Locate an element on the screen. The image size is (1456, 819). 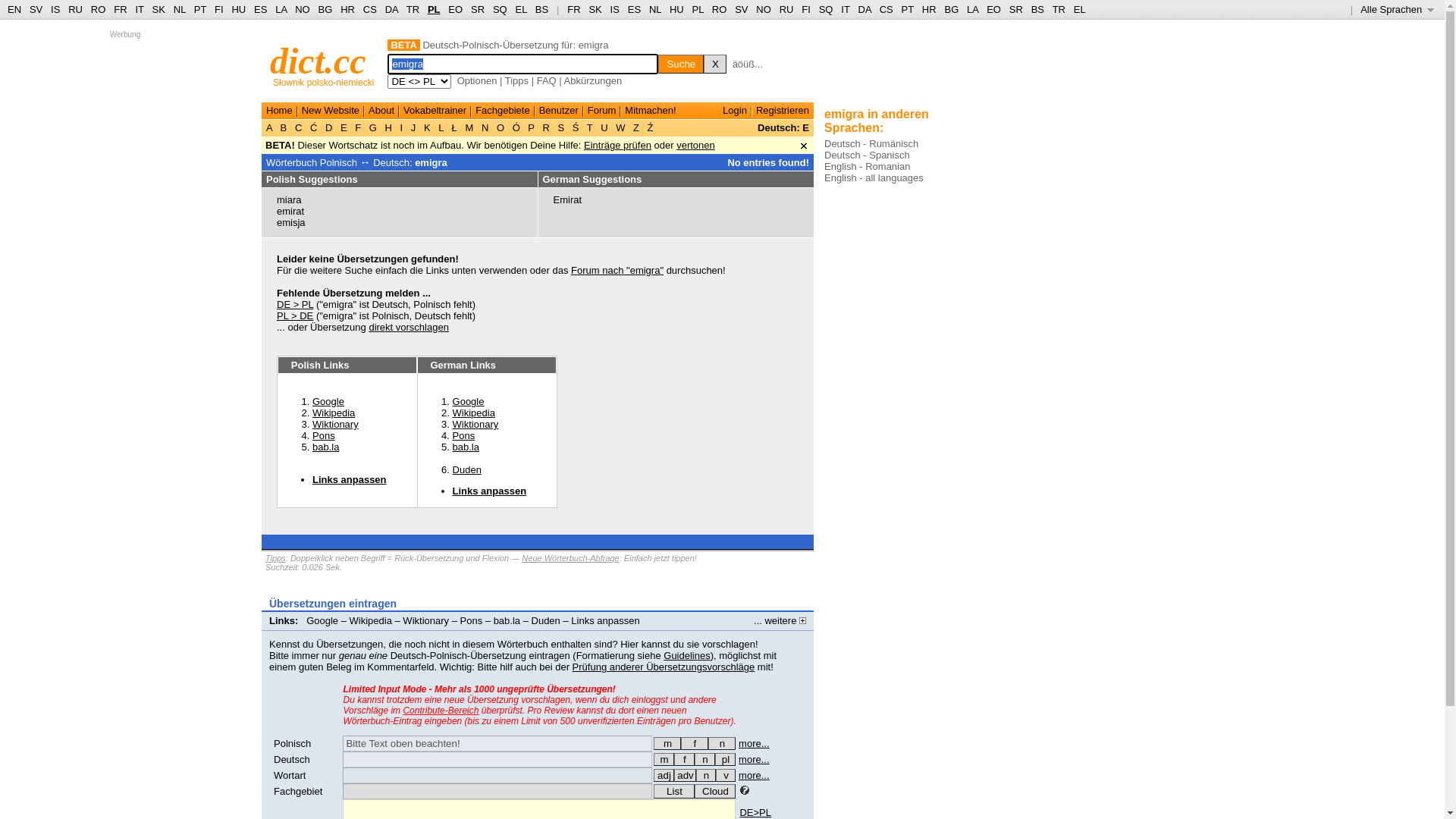
'H' is located at coordinates (388, 127).